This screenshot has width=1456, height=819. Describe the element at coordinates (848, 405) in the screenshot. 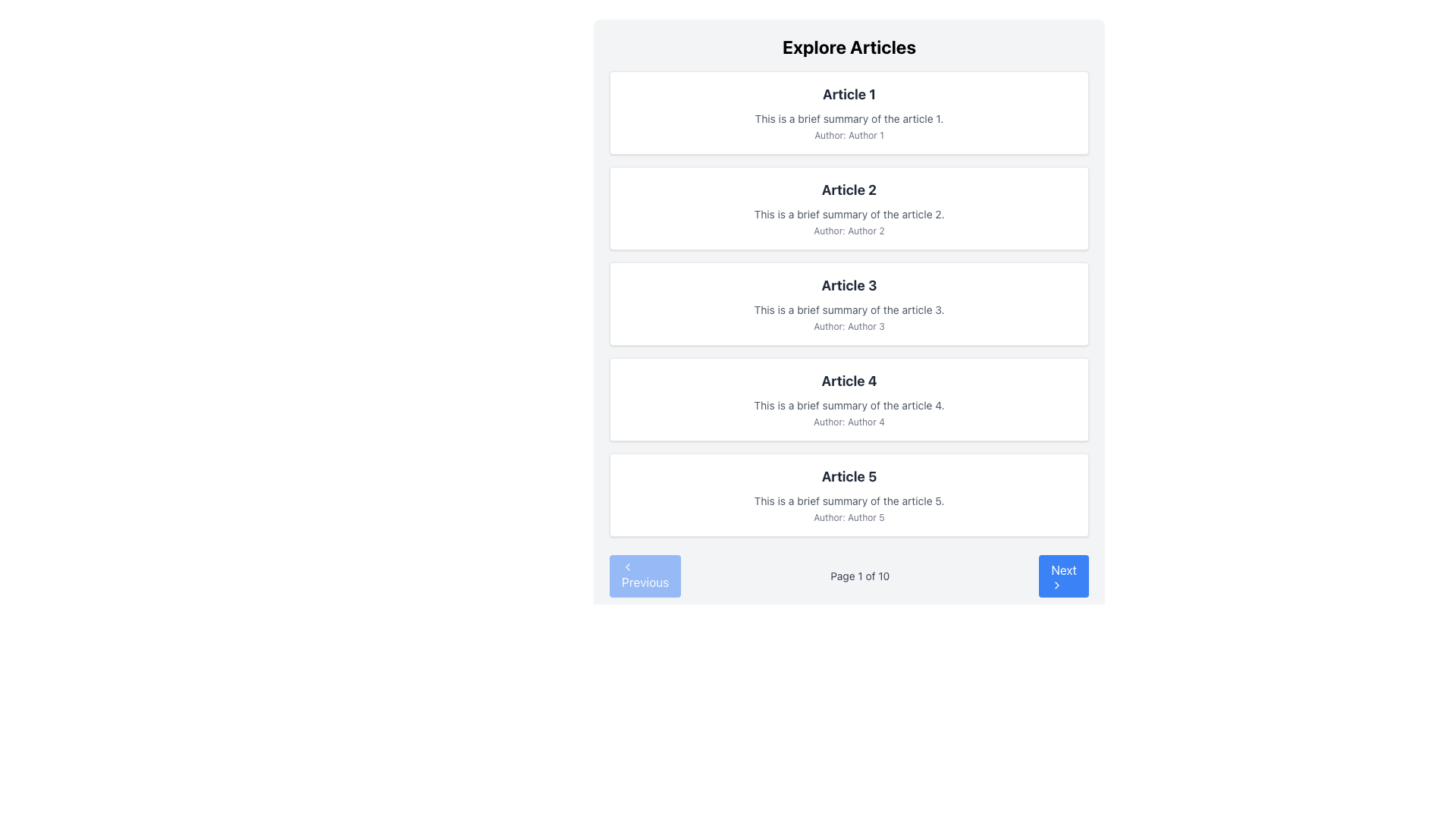

I see `static text label that contains the summary for 'Article 4', located below the title and above the author label` at that location.